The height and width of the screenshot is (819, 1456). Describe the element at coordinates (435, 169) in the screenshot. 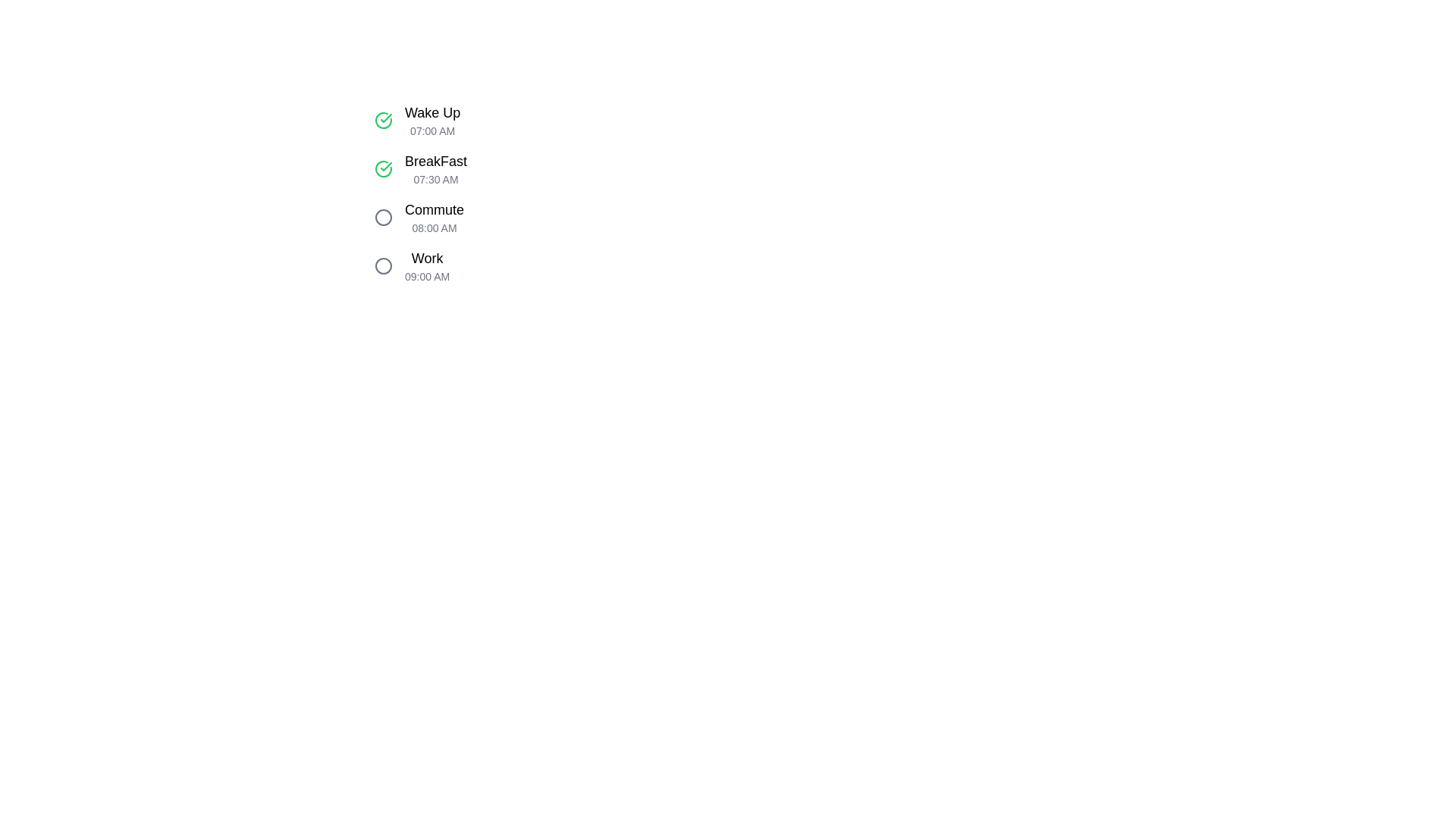

I see `the Text Display showing 'BreakFast' with '07:30 AM' underneath it, which is the second item in a vertical list` at that location.